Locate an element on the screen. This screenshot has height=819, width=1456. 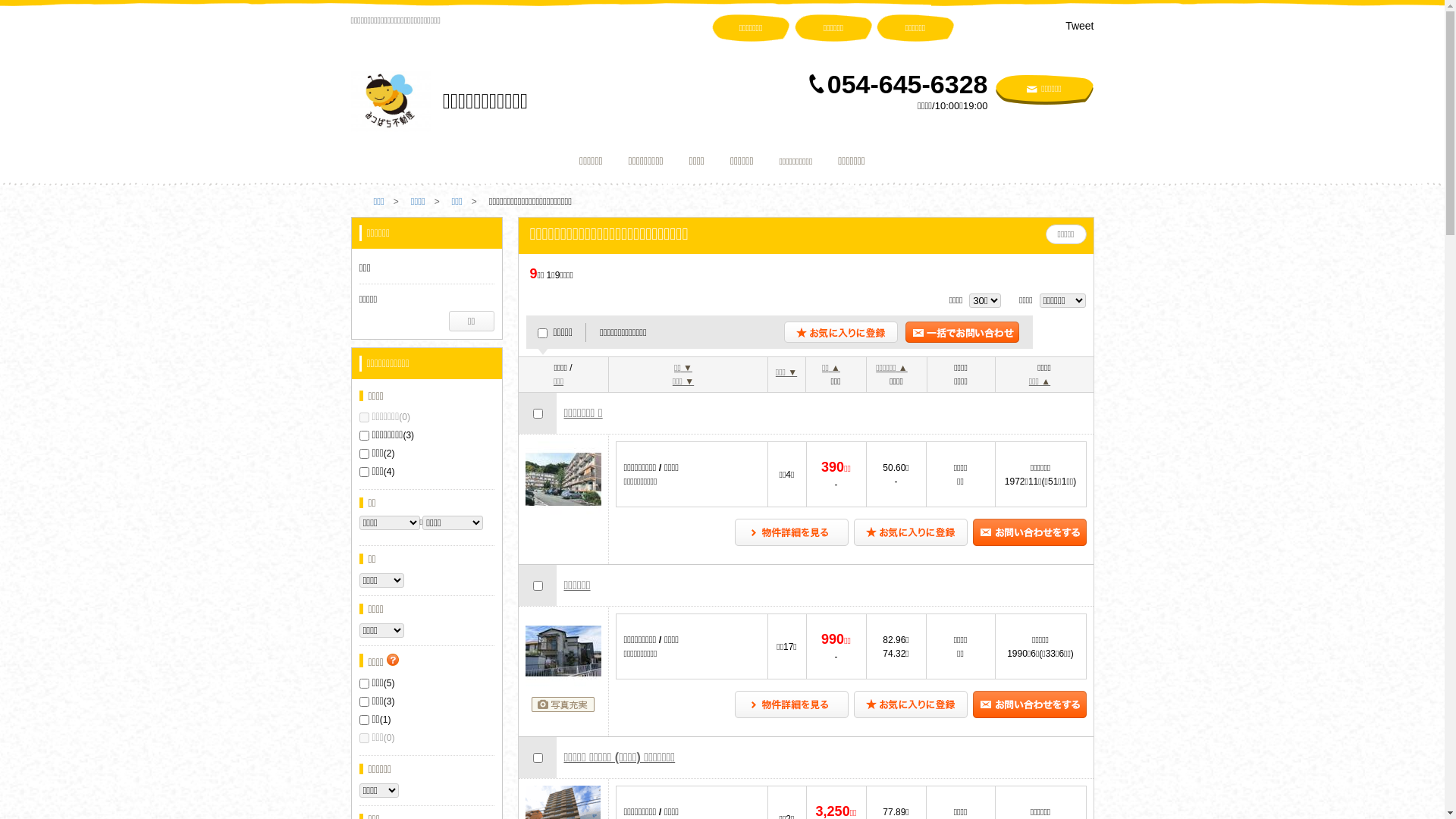
'Tweet' is located at coordinates (1078, 26).